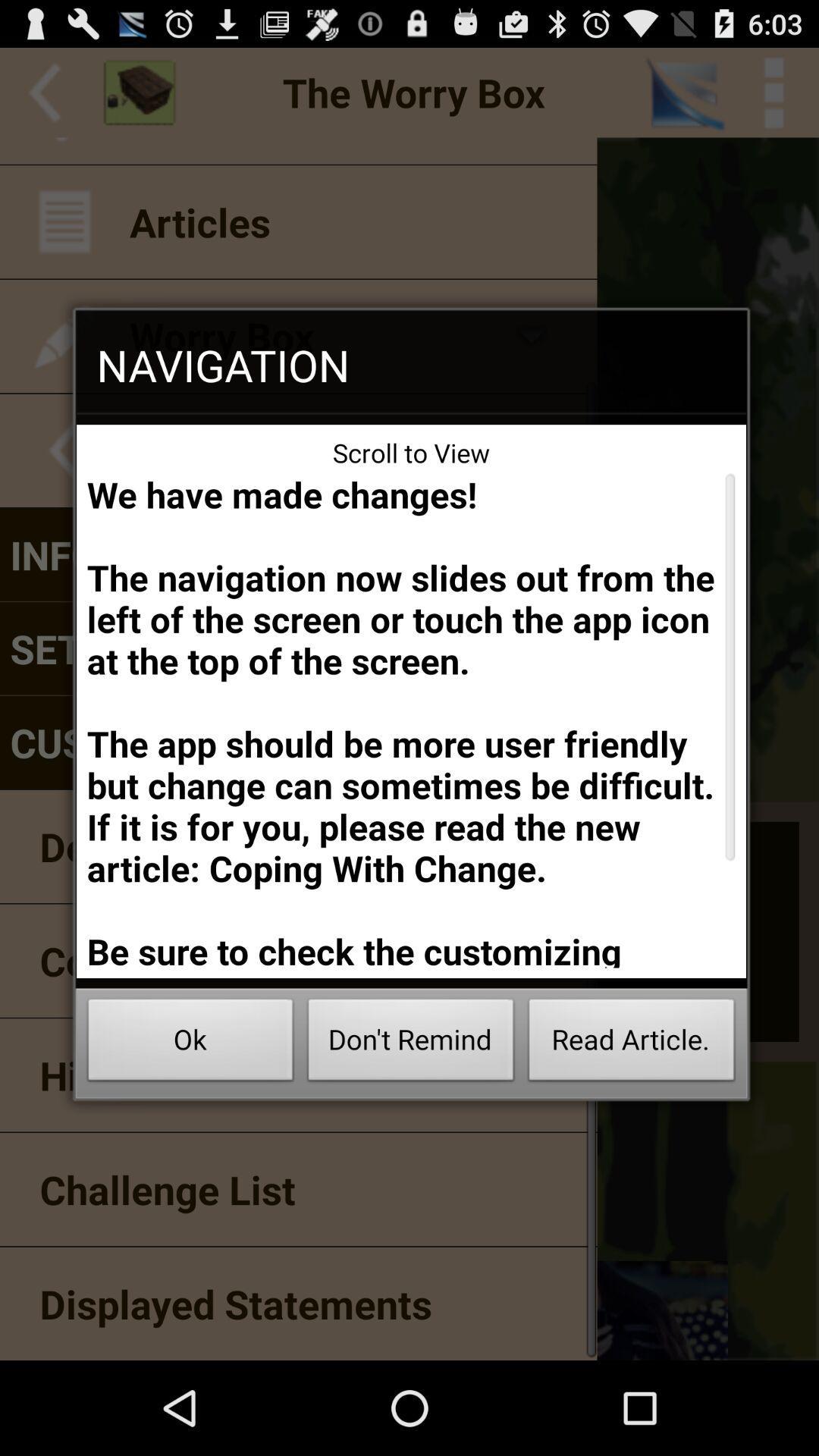  I want to click on the icon to the right of ok button, so click(411, 1043).